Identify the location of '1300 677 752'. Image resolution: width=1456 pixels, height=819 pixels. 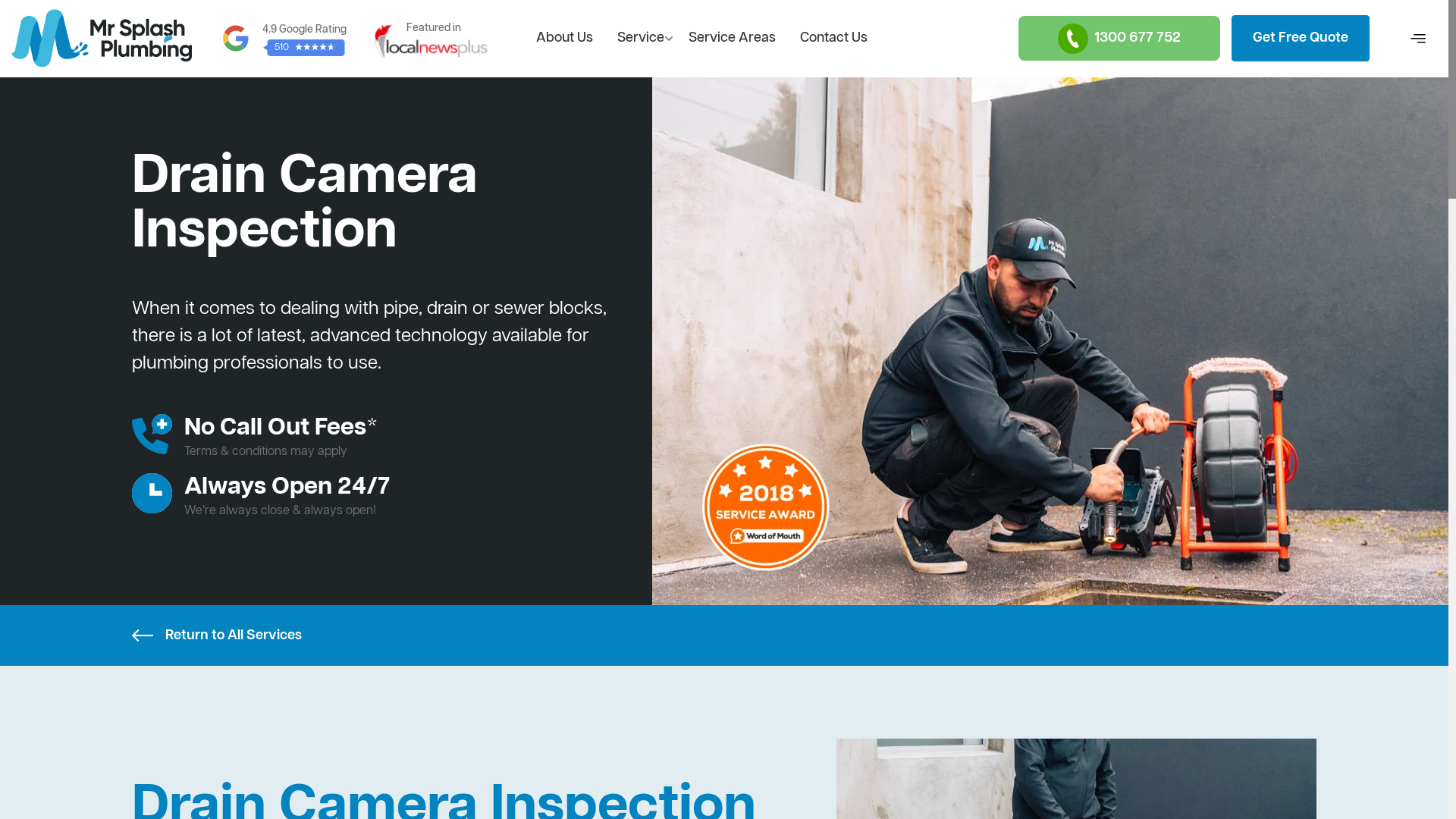
(1119, 37).